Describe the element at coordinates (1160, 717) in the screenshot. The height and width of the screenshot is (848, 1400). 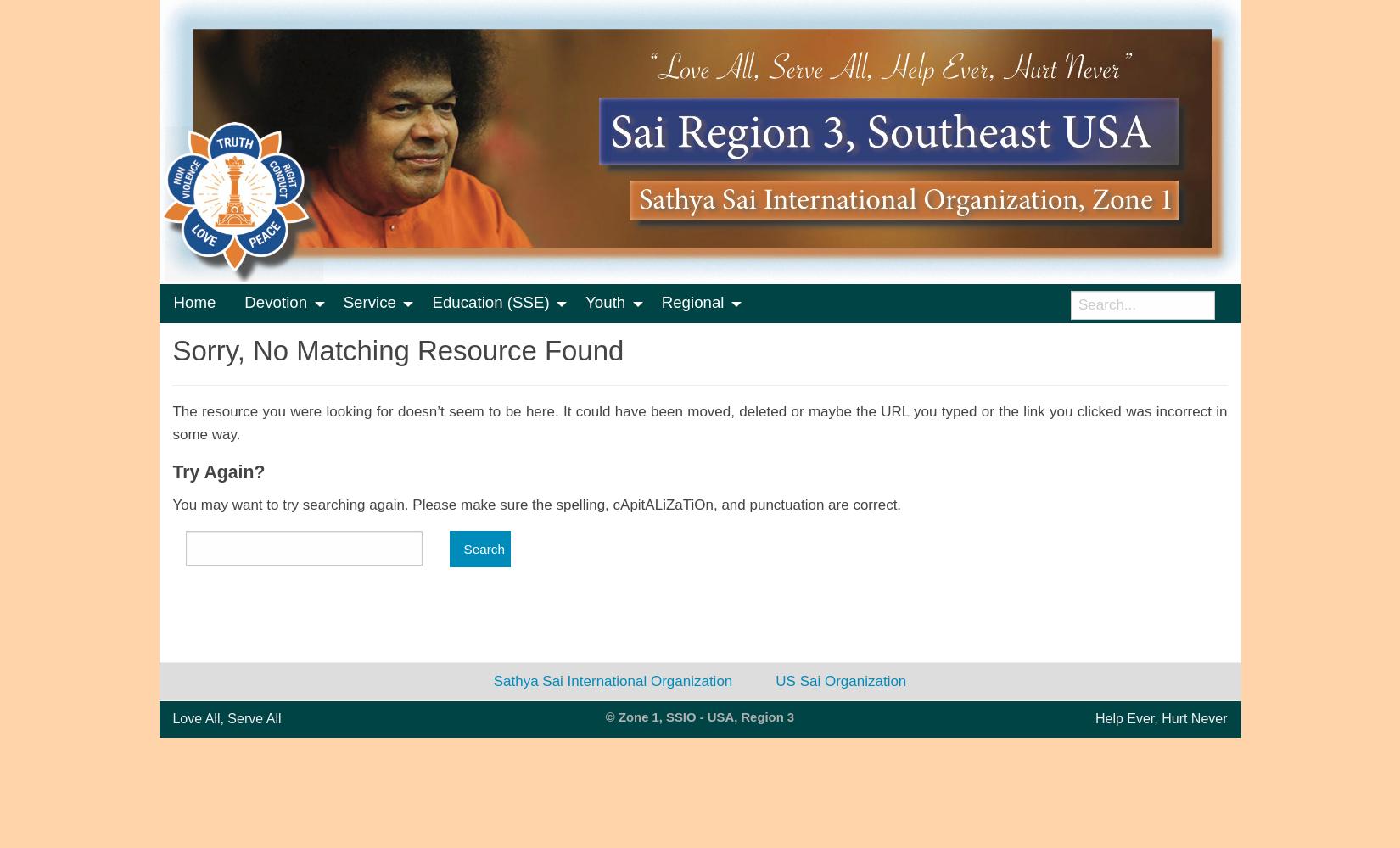
I see `'Help Ever, Hurt Never'` at that location.